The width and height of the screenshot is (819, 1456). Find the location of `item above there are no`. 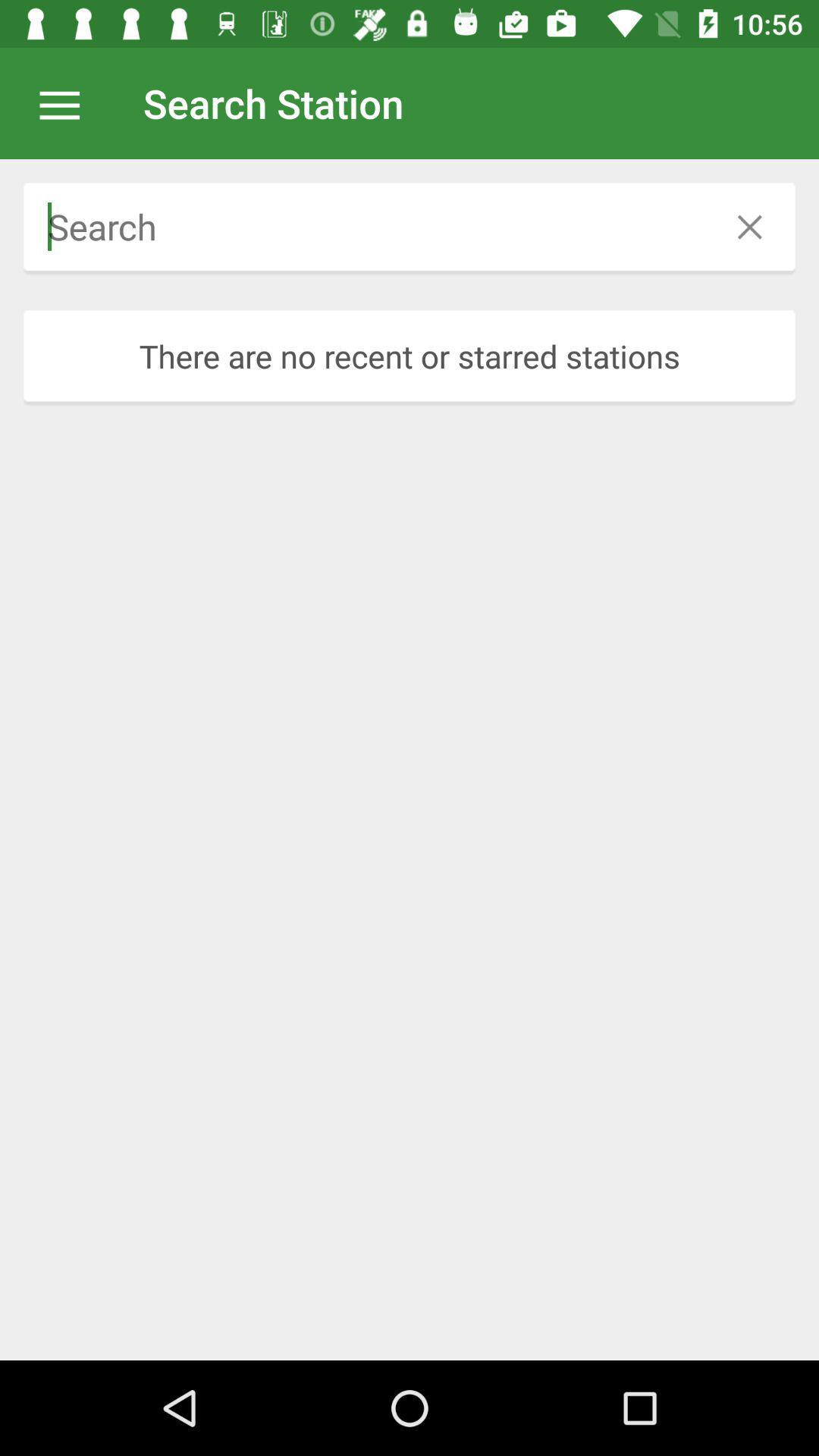

item above there are no is located at coordinates (364, 226).